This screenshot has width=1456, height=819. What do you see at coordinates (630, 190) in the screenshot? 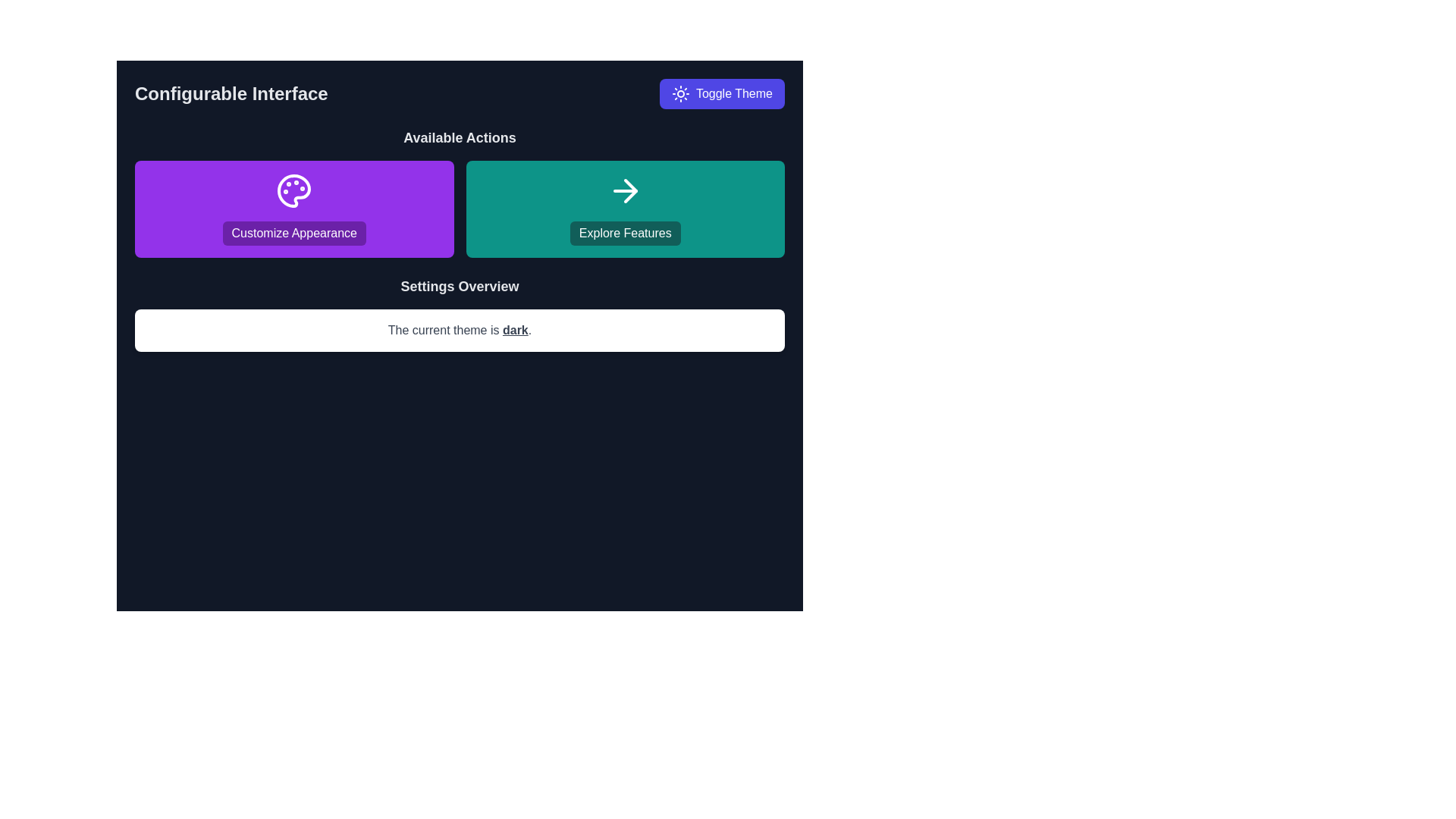
I see `the 'Explore Features' button which contains a right-pointing arrow icon, located in the 'Available Actions' section on the right side of the interface` at bounding box center [630, 190].